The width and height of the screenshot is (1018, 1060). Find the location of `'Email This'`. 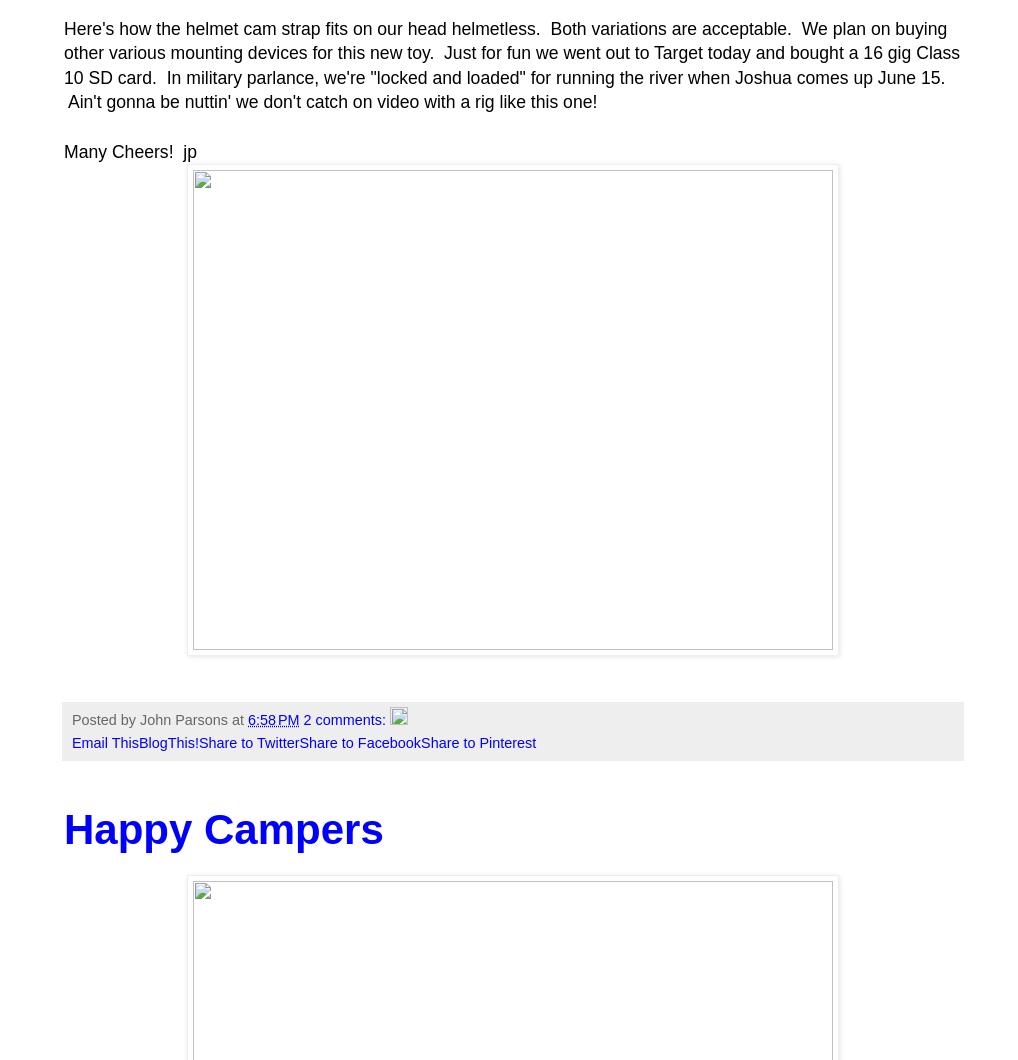

'Email This' is located at coordinates (103, 741).